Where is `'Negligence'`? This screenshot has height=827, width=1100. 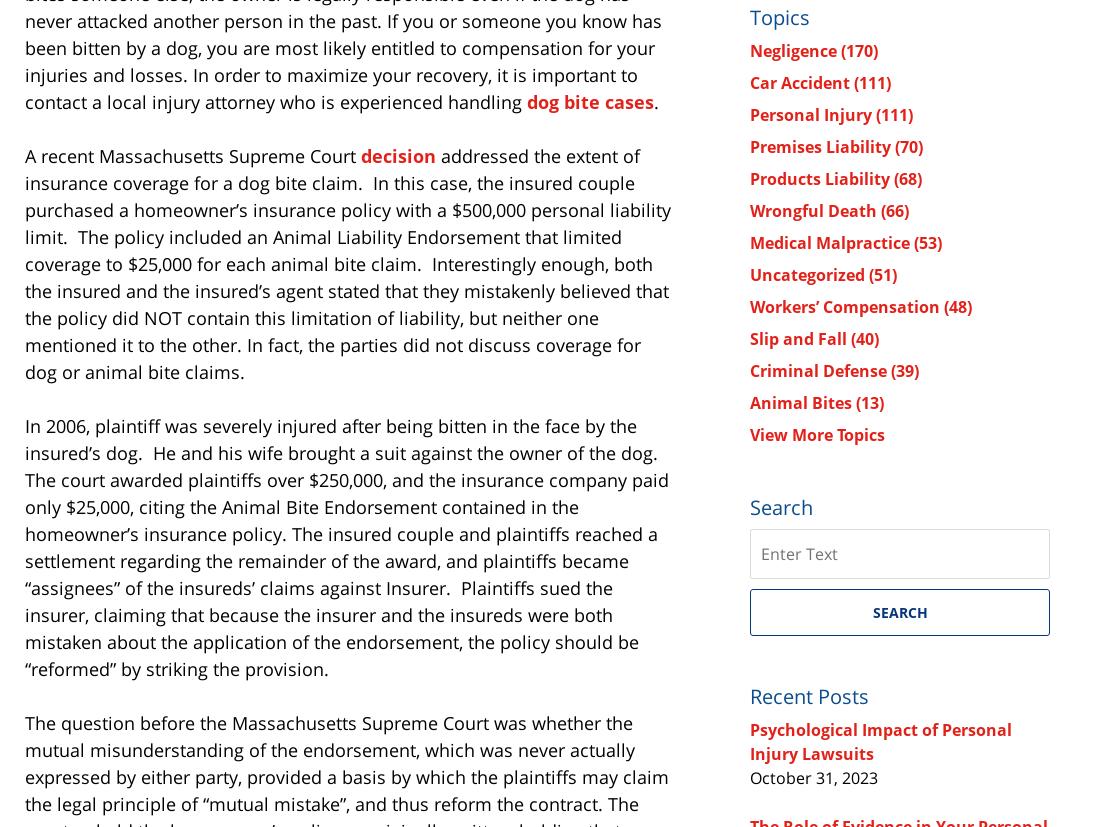 'Negligence' is located at coordinates (795, 49).